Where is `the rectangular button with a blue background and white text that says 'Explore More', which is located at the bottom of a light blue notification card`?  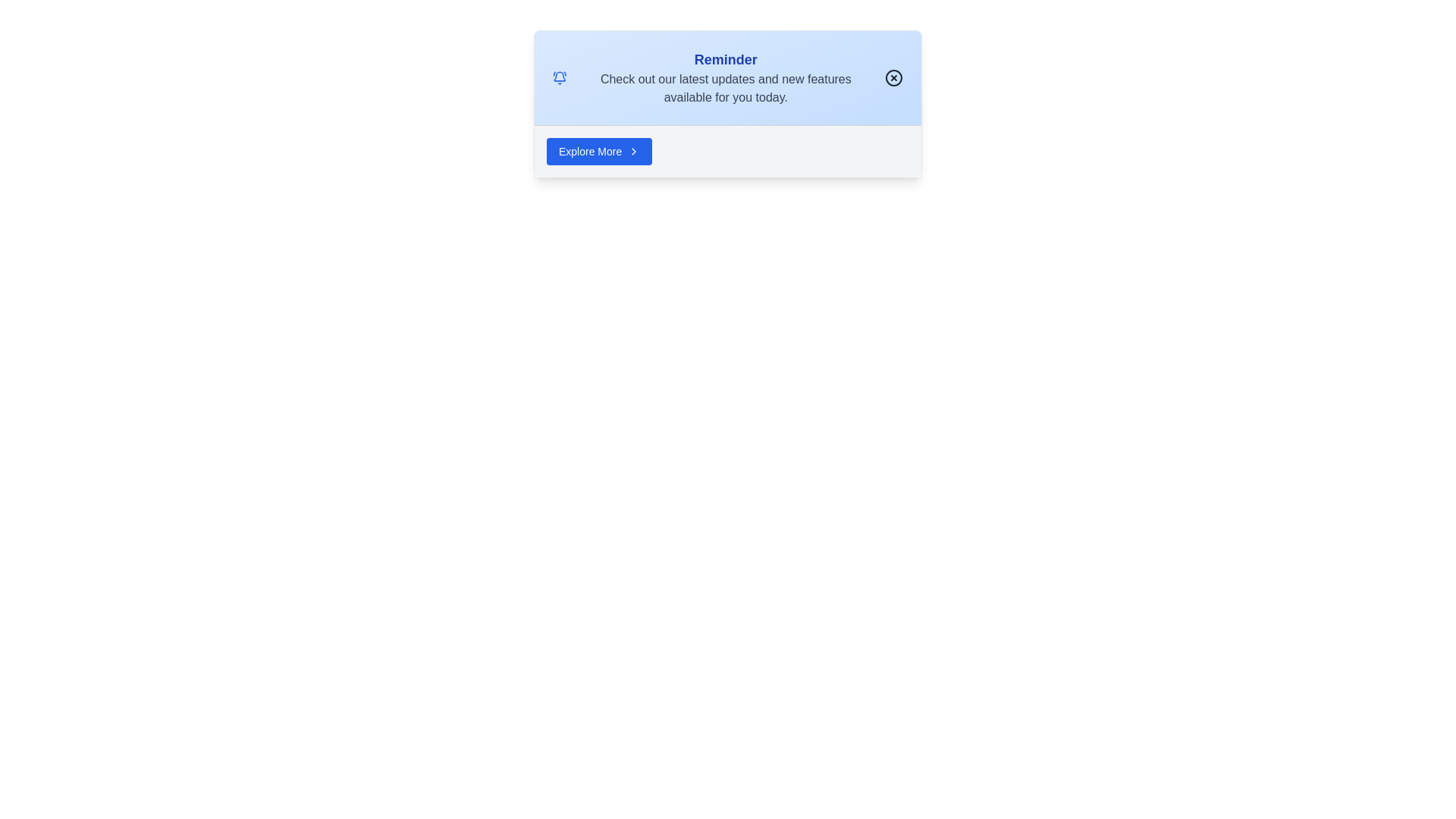
the rectangular button with a blue background and white text that says 'Explore More', which is located at the bottom of a light blue notification card is located at coordinates (598, 152).